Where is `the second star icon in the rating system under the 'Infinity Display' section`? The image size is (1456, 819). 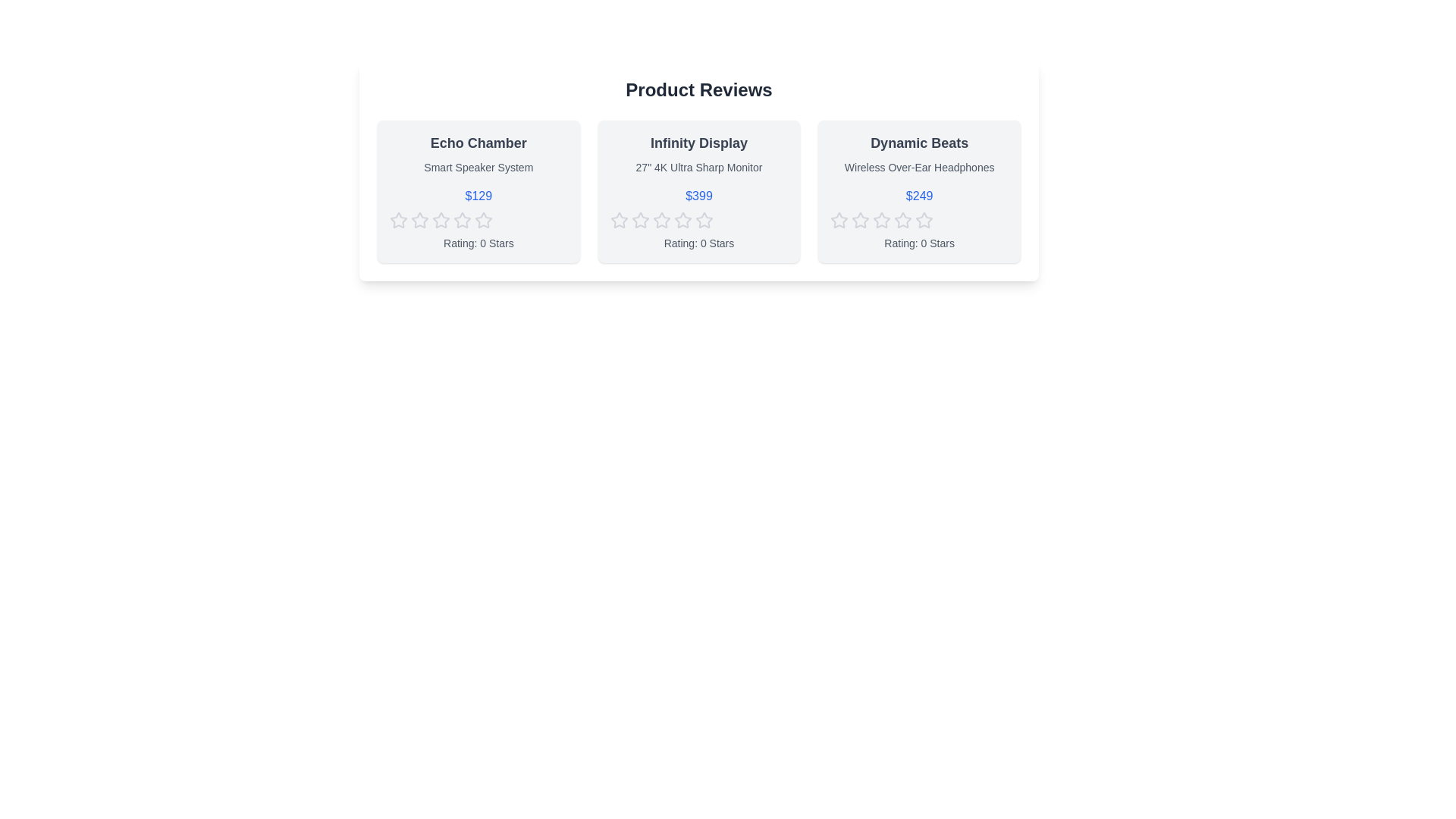 the second star icon in the rating system under the 'Infinity Display' section is located at coordinates (661, 220).